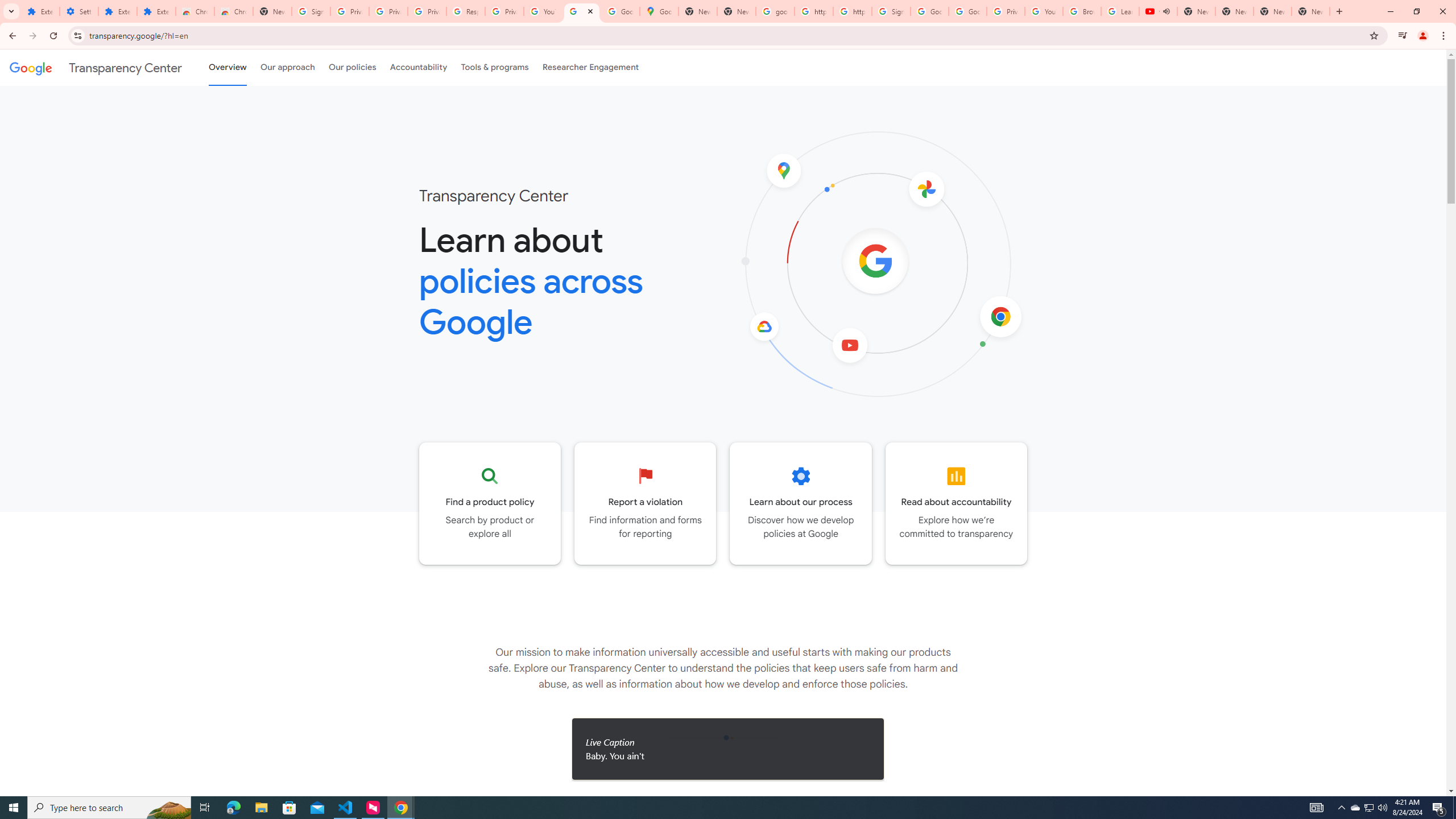 The width and height of the screenshot is (1456, 819). What do you see at coordinates (851, 11) in the screenshot?
I see `'https://scholar.google.com/'` at bounding box center [851, 11].